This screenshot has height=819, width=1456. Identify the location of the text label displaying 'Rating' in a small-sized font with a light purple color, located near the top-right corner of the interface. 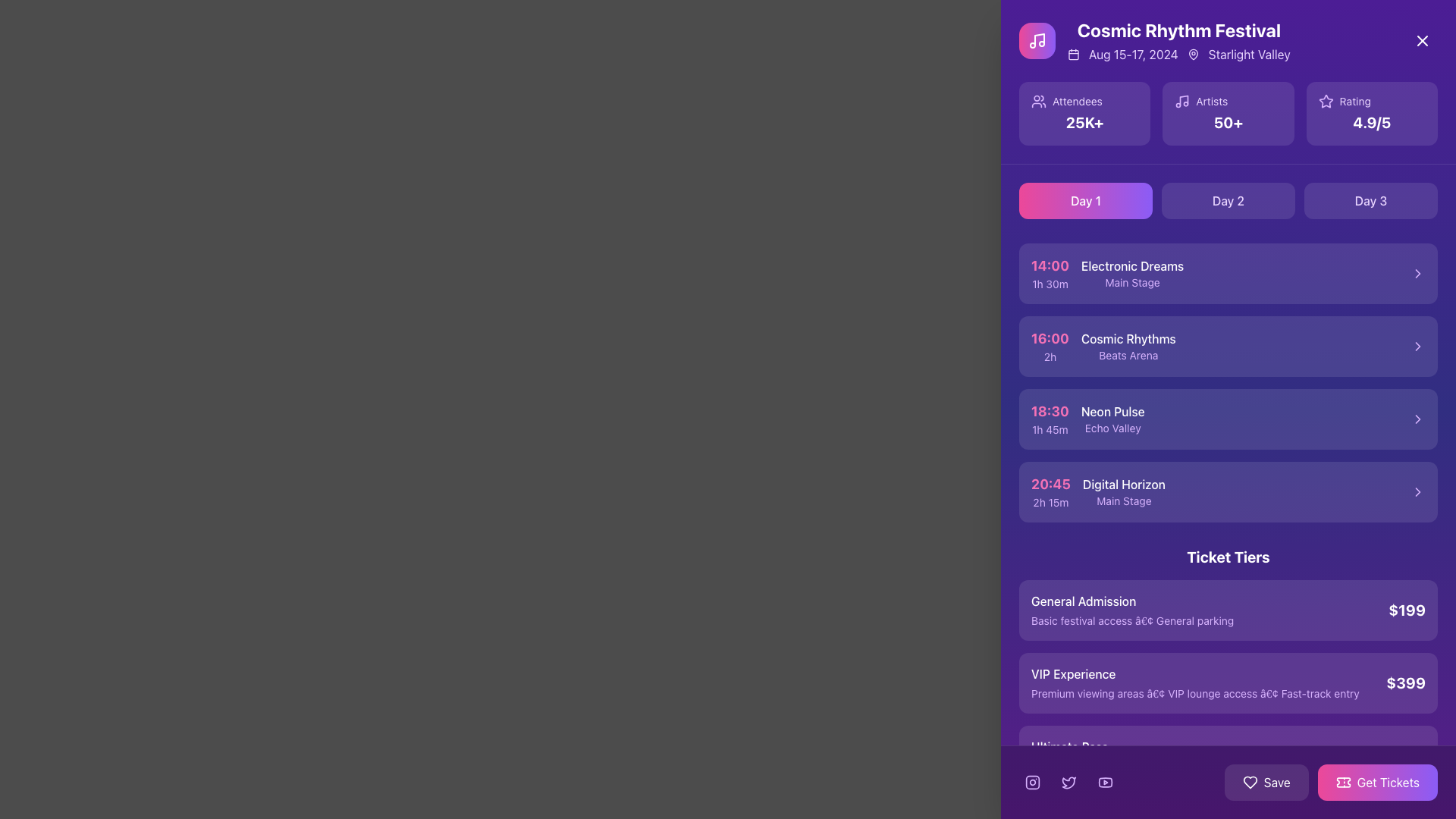
(1355, 102).